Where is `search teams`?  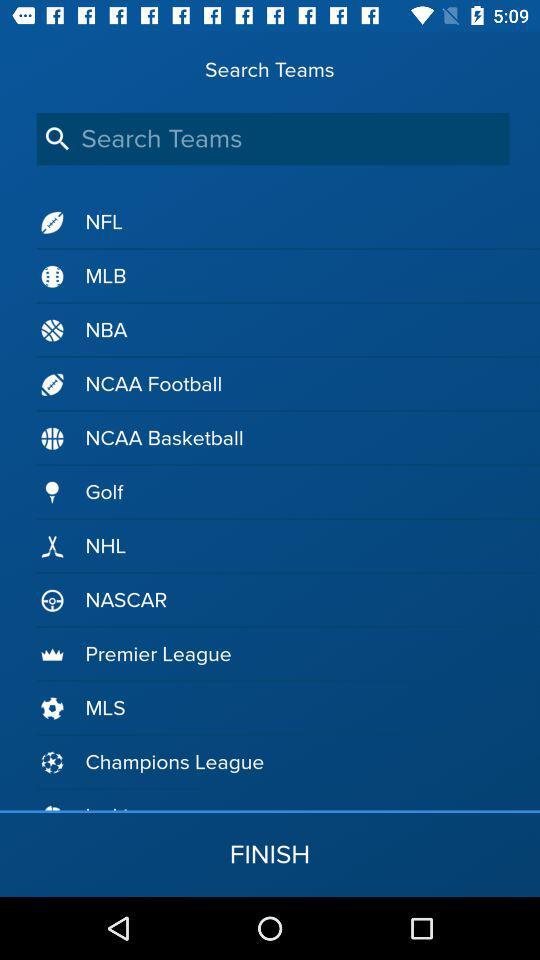 search teams is located at coordinates (272, 138).